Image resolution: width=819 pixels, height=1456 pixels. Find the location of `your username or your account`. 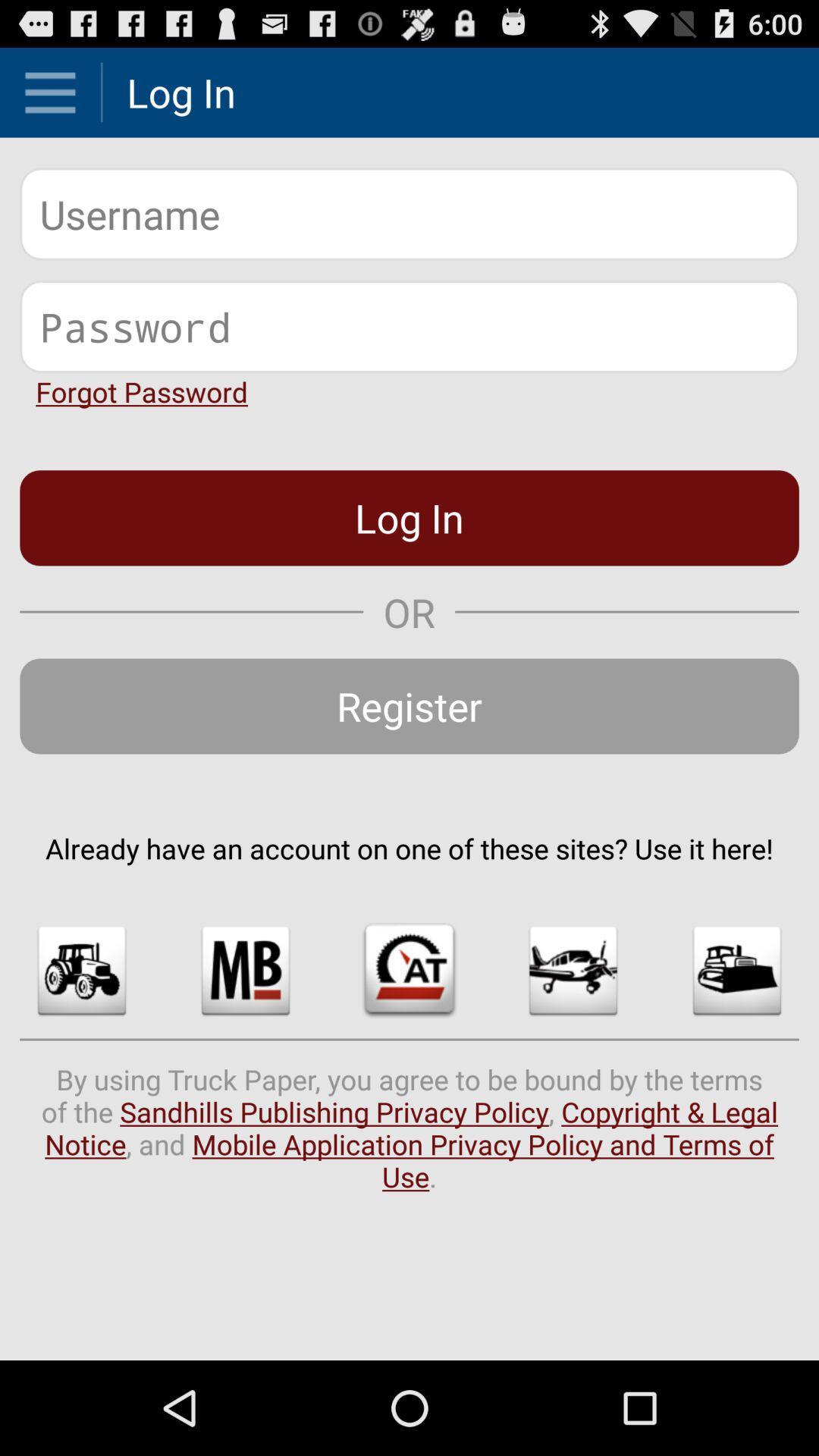

your username or your account is located at coordinates (409, 213).